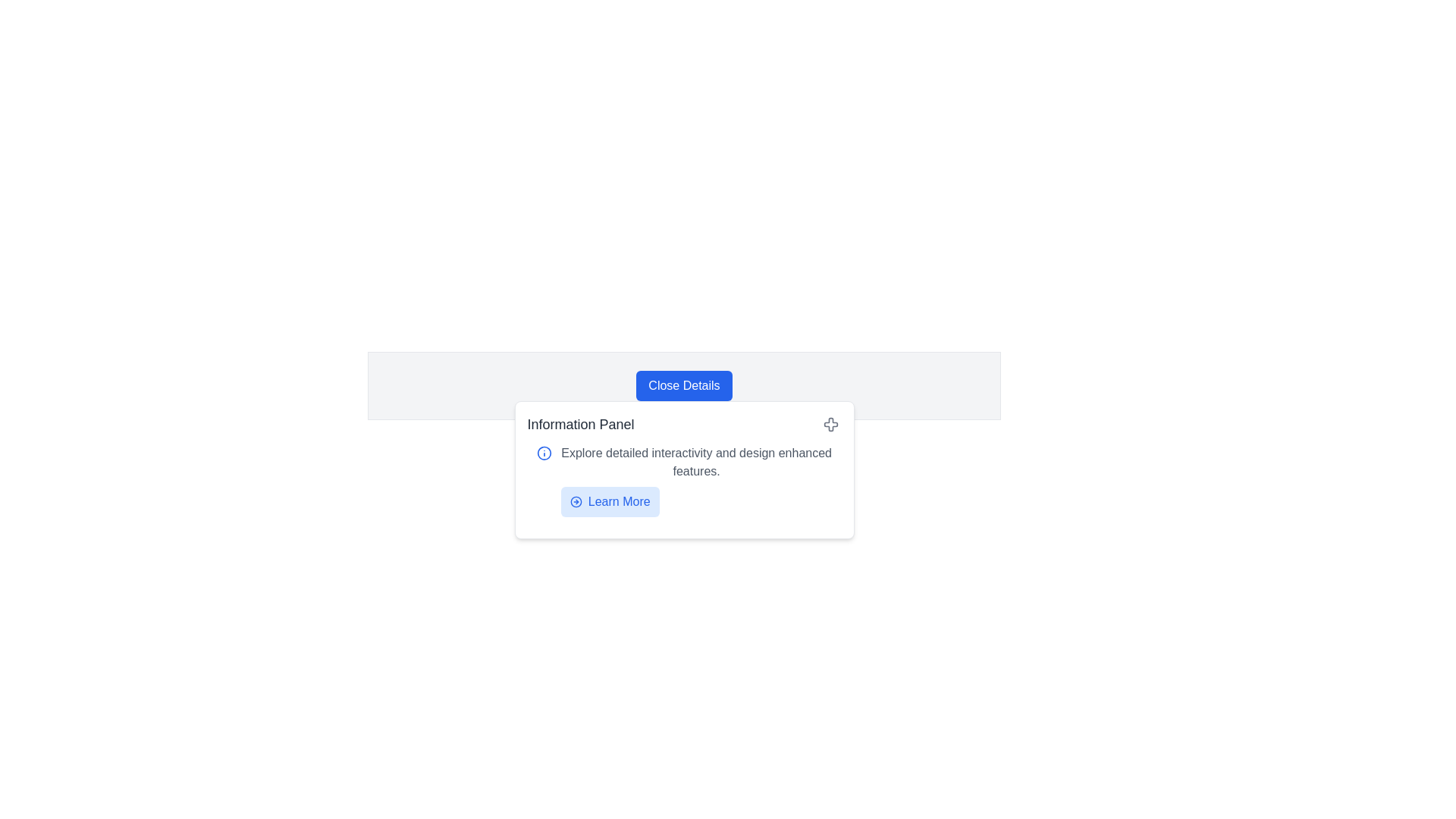 This screenshot has width=1456, height=819. Describe the element at coordinates (575, 502) in the screenshot. I see `the circular icon with a right-pointing arrow located inside the 'Learn More' button, which is positioned below the 'Information Panel' description box` at that location.